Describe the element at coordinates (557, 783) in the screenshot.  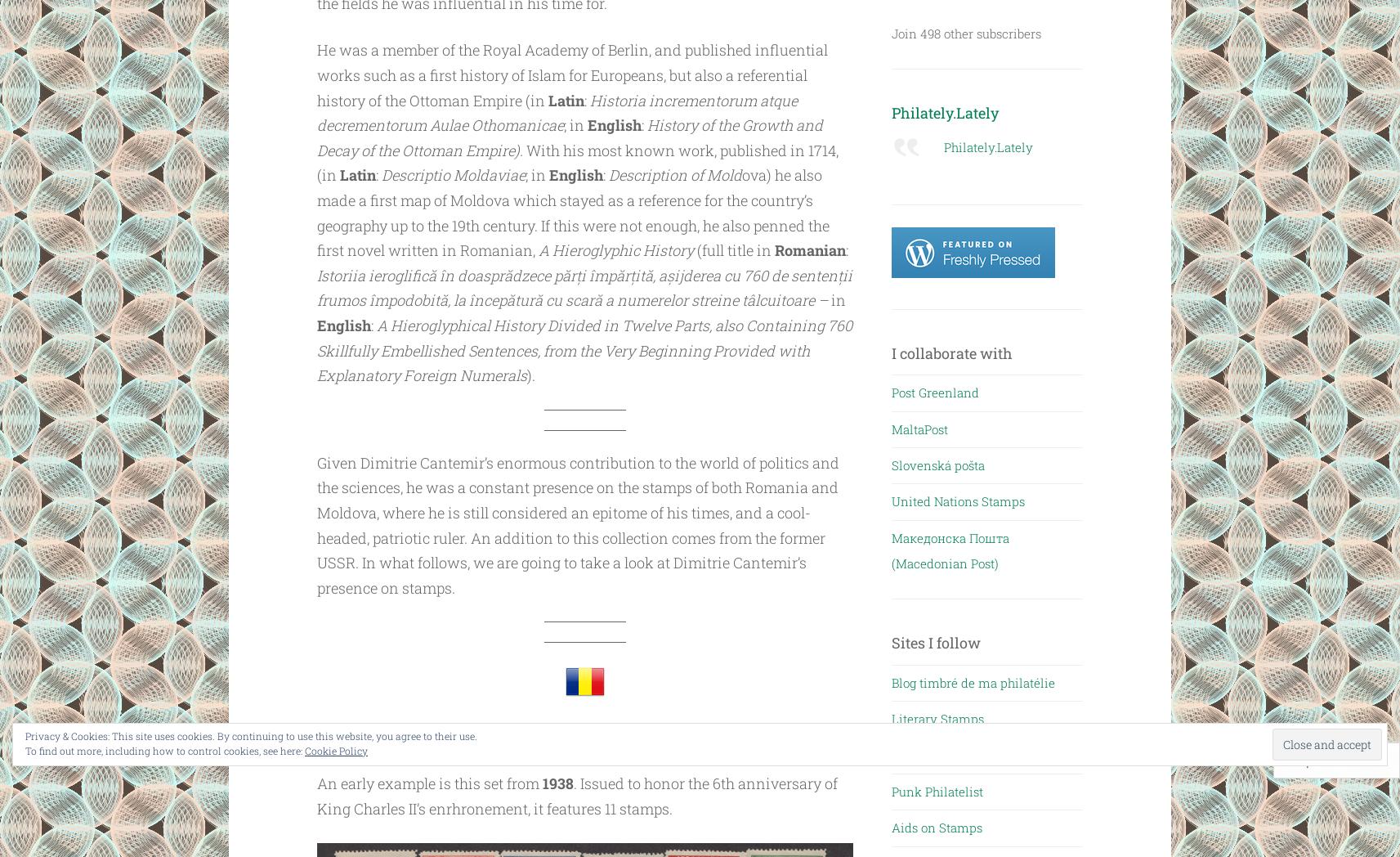
I see `'1938'` at that location.